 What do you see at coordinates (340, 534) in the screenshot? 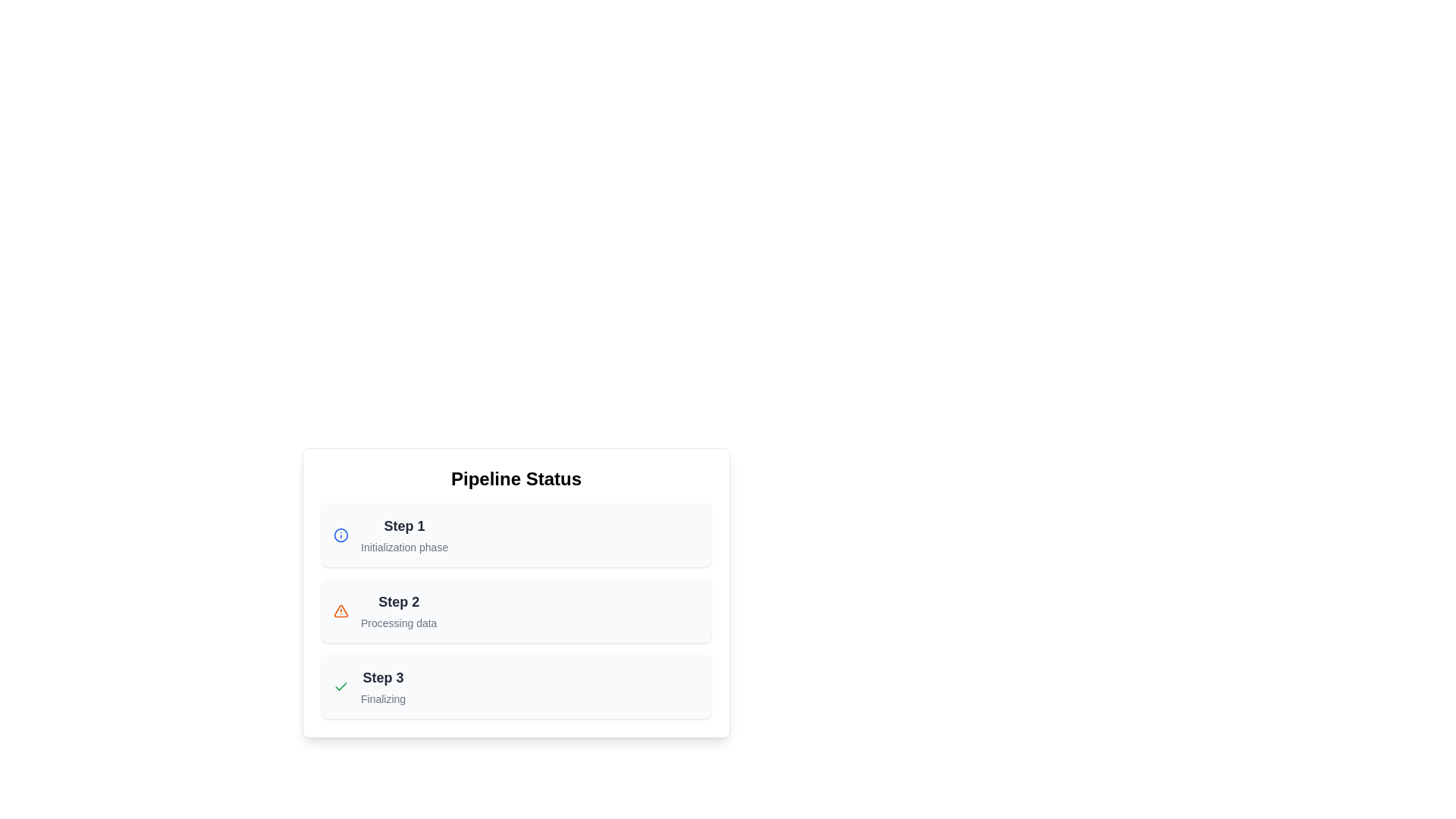
I see `the status icon located at the top-left corner of the card labeled 'Step 1', adjacent to the text heading 'Step 1' and the subheading 'Initialization phase'` at bounding box center [340, 534].